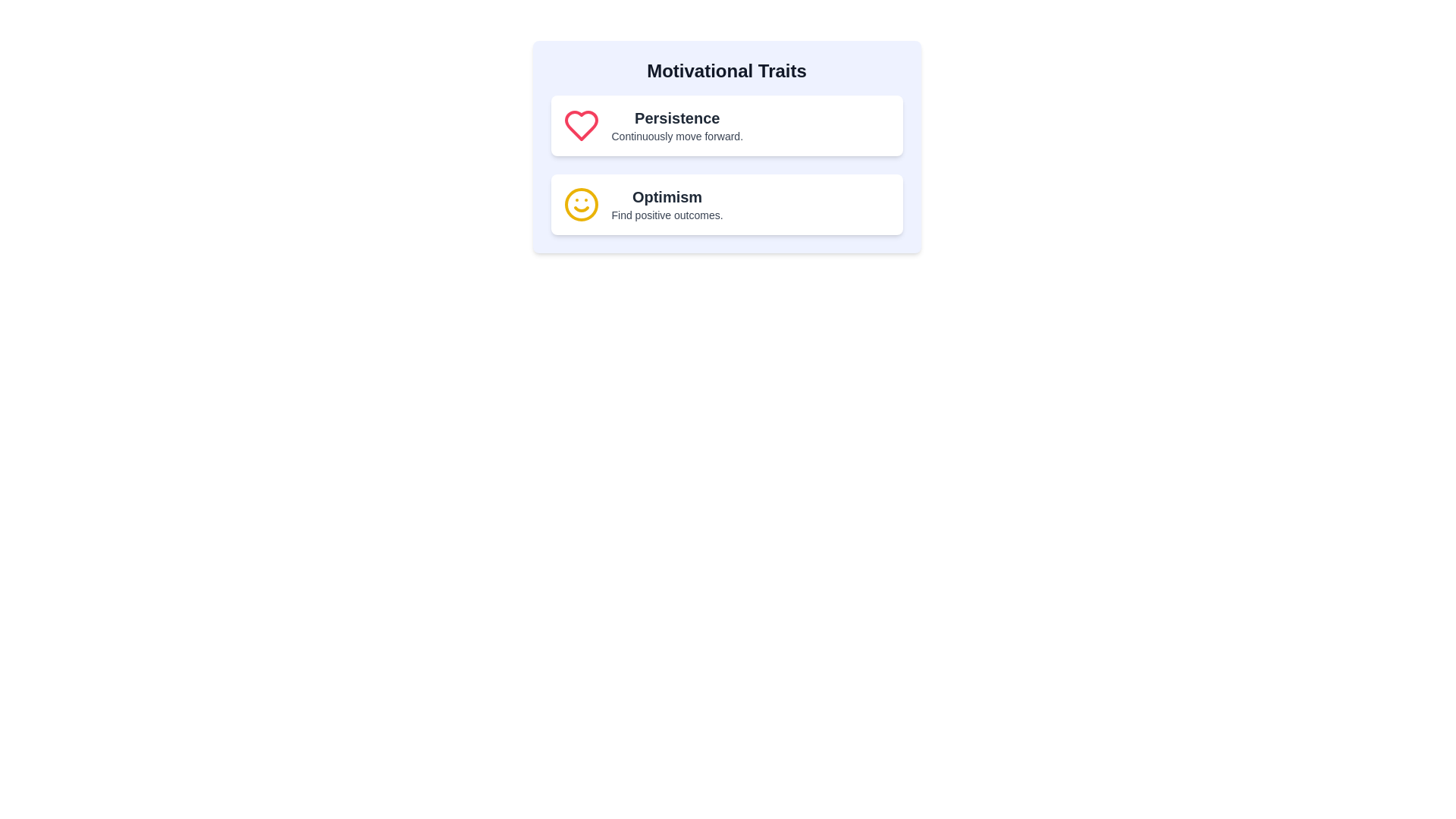  Describe the element at coordinates (580, 124) in the screenshot. I see `the red heart icon located in the first row of the 'Motivational Traits' group, to the left of the text 'Persistence.'` at that location.